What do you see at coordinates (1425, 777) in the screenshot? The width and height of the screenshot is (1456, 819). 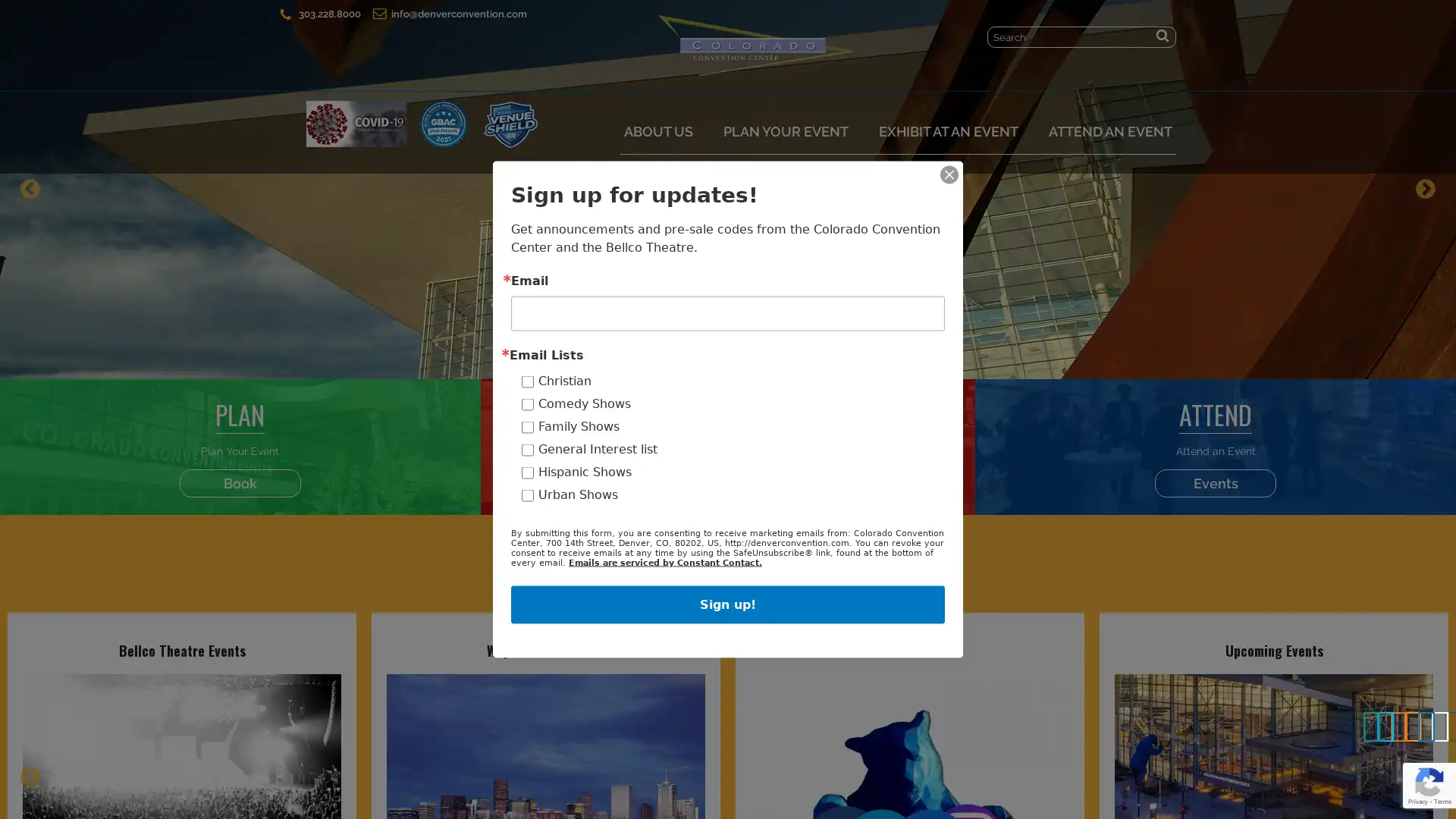 I see `Next` at bounding box center [1425, 777].